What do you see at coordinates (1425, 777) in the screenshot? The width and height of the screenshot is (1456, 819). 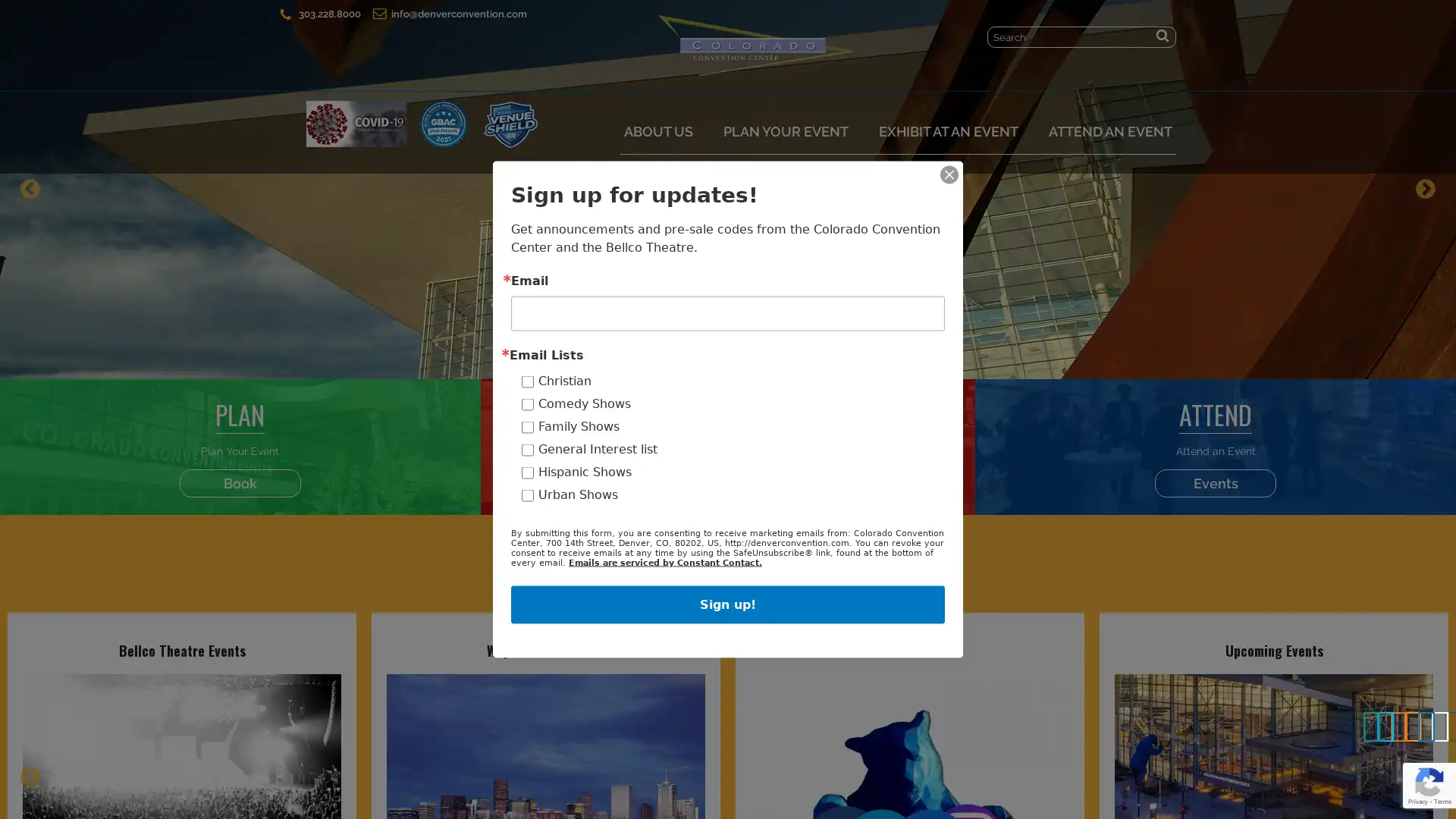 I see `Next` at bounding box center [1425, 777].